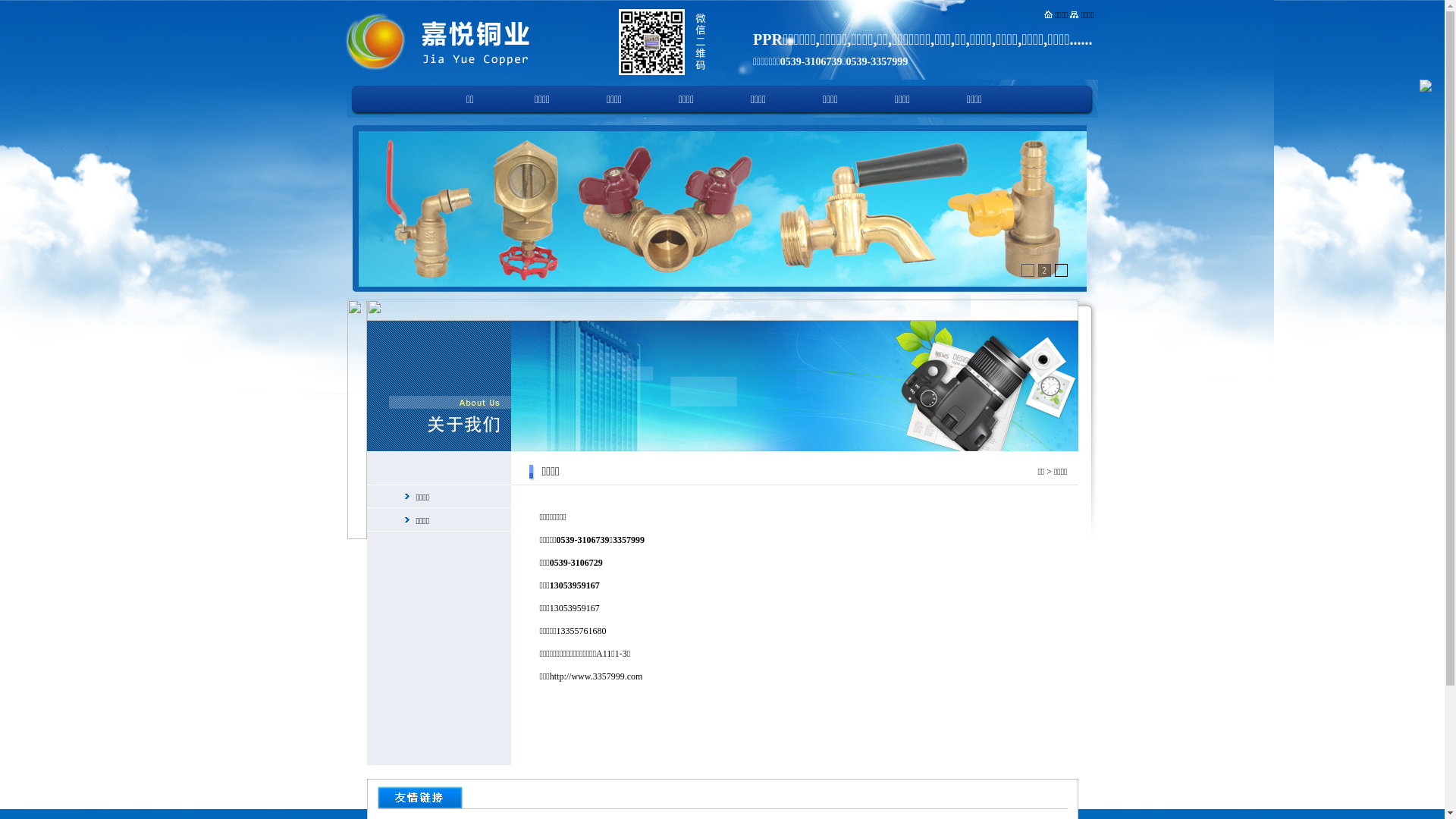 This screenshot has height=819, width=1456. I want to click on 'http://www.3357999.com', so click(595, 675).